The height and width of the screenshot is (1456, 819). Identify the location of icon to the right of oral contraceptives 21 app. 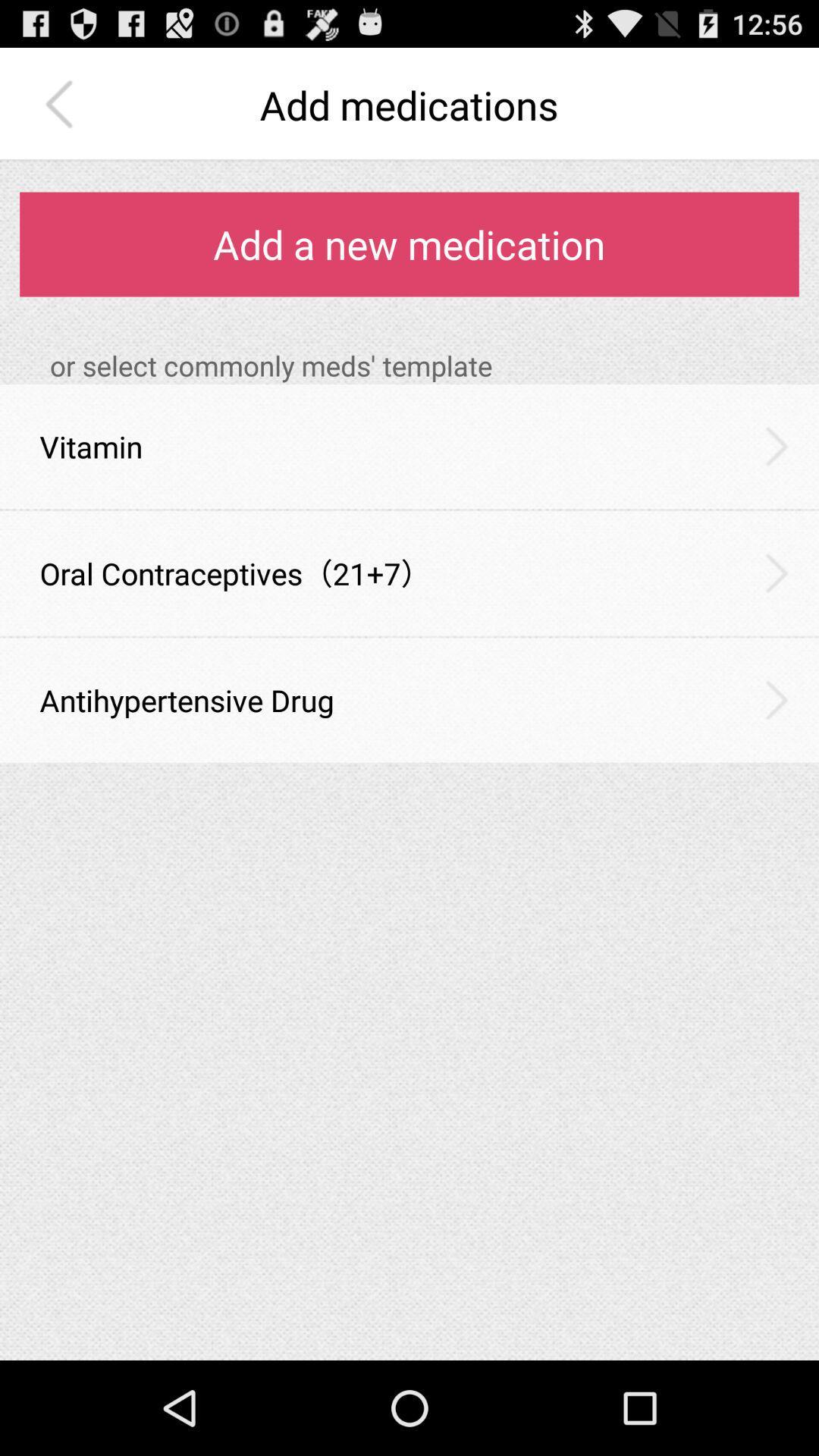
(777, 572).